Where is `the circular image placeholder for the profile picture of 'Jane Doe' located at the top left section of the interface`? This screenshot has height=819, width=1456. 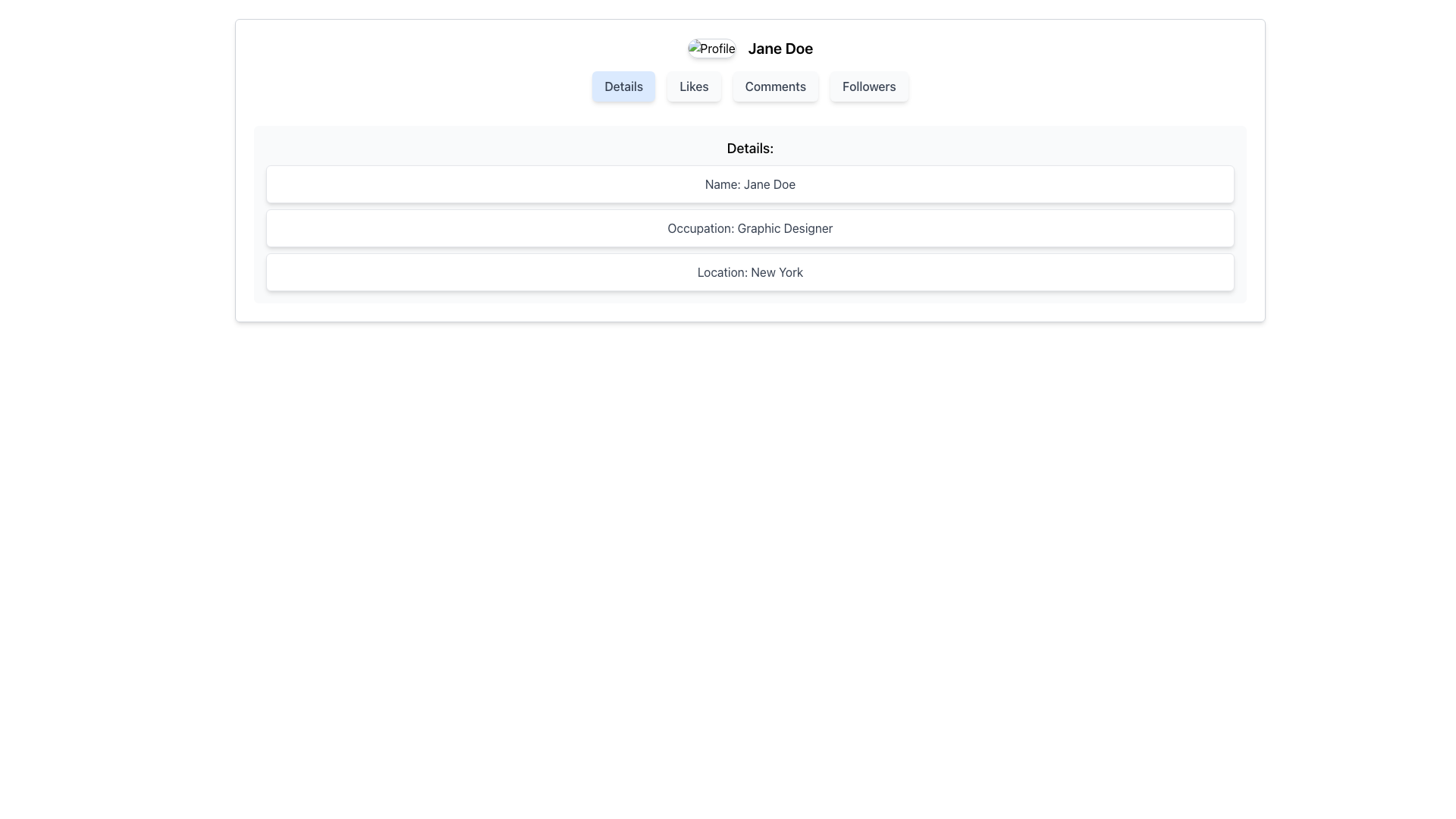
the circular image placeholder for the profile picture of 'Jane Doe' located at the top left section of the interface is located at coordinates (711, 48).